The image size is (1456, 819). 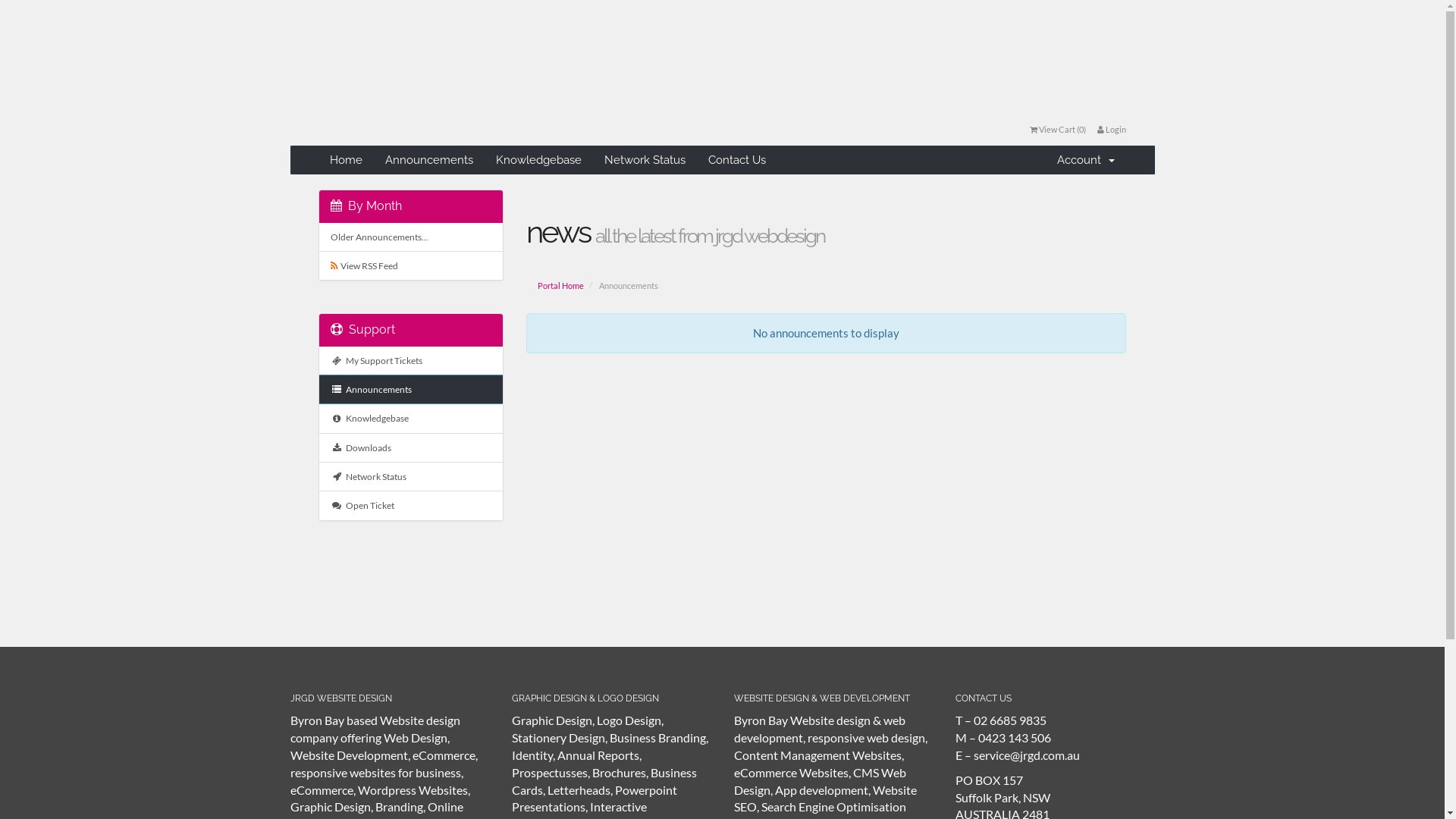 I want to click on 'Account  ', so click(x=1084, y=160).